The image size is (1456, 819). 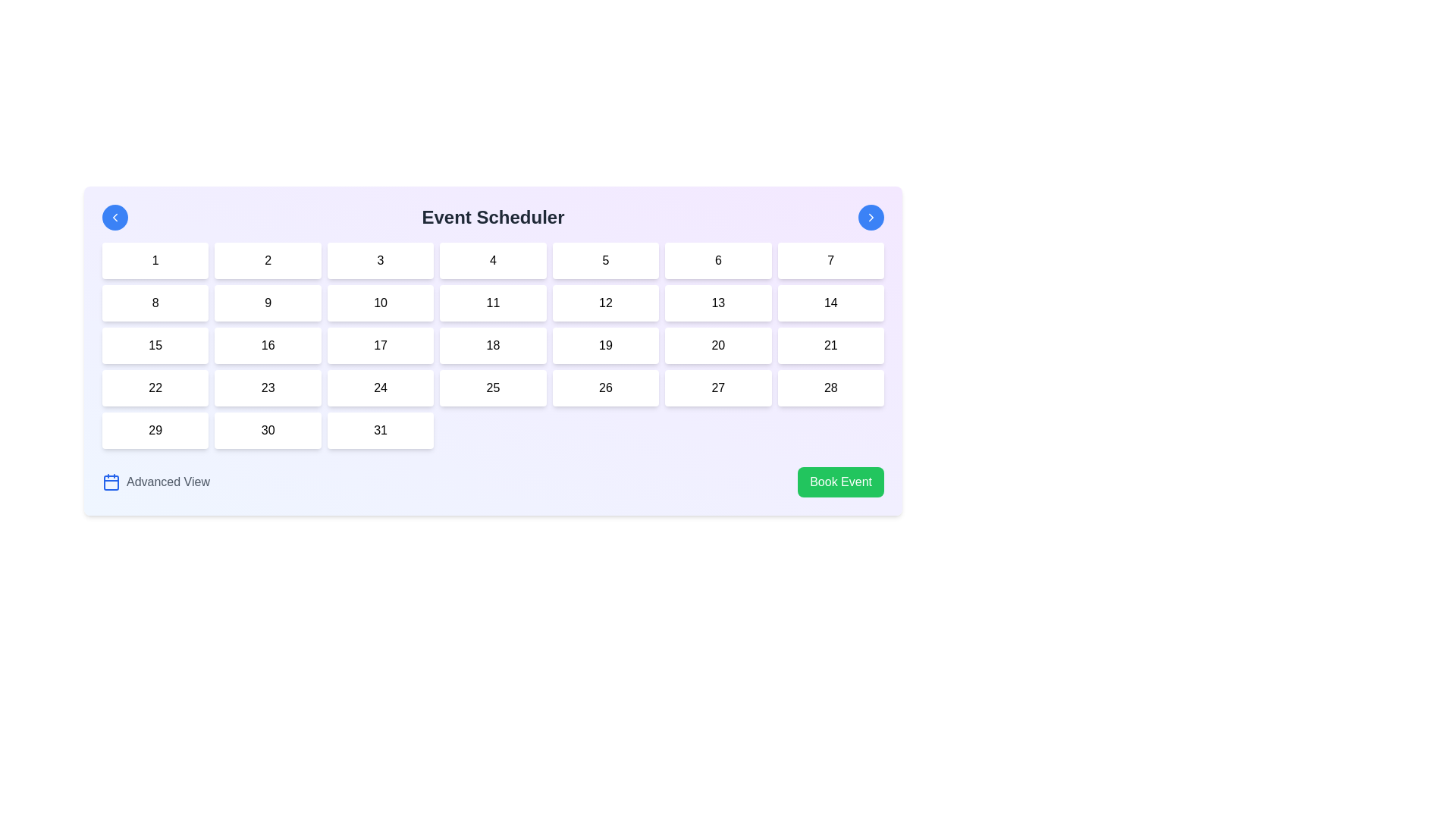 I want to click on the Text label located at the bottom-left corner of the interface, which is positioned directly to the right of a blue calendar icon, so click(x=168, y=482).